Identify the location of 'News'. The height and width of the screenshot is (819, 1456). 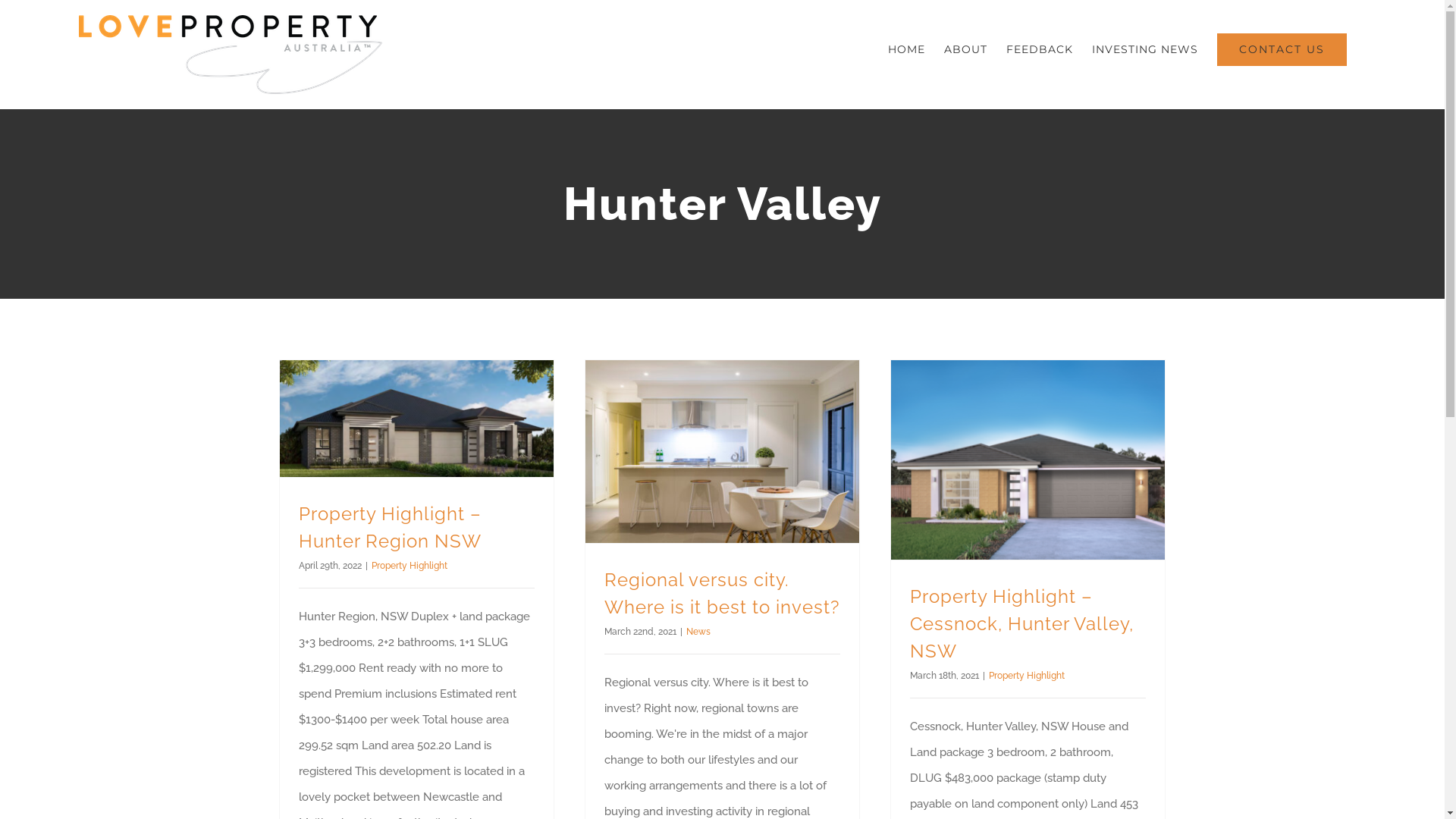
(697, 632).